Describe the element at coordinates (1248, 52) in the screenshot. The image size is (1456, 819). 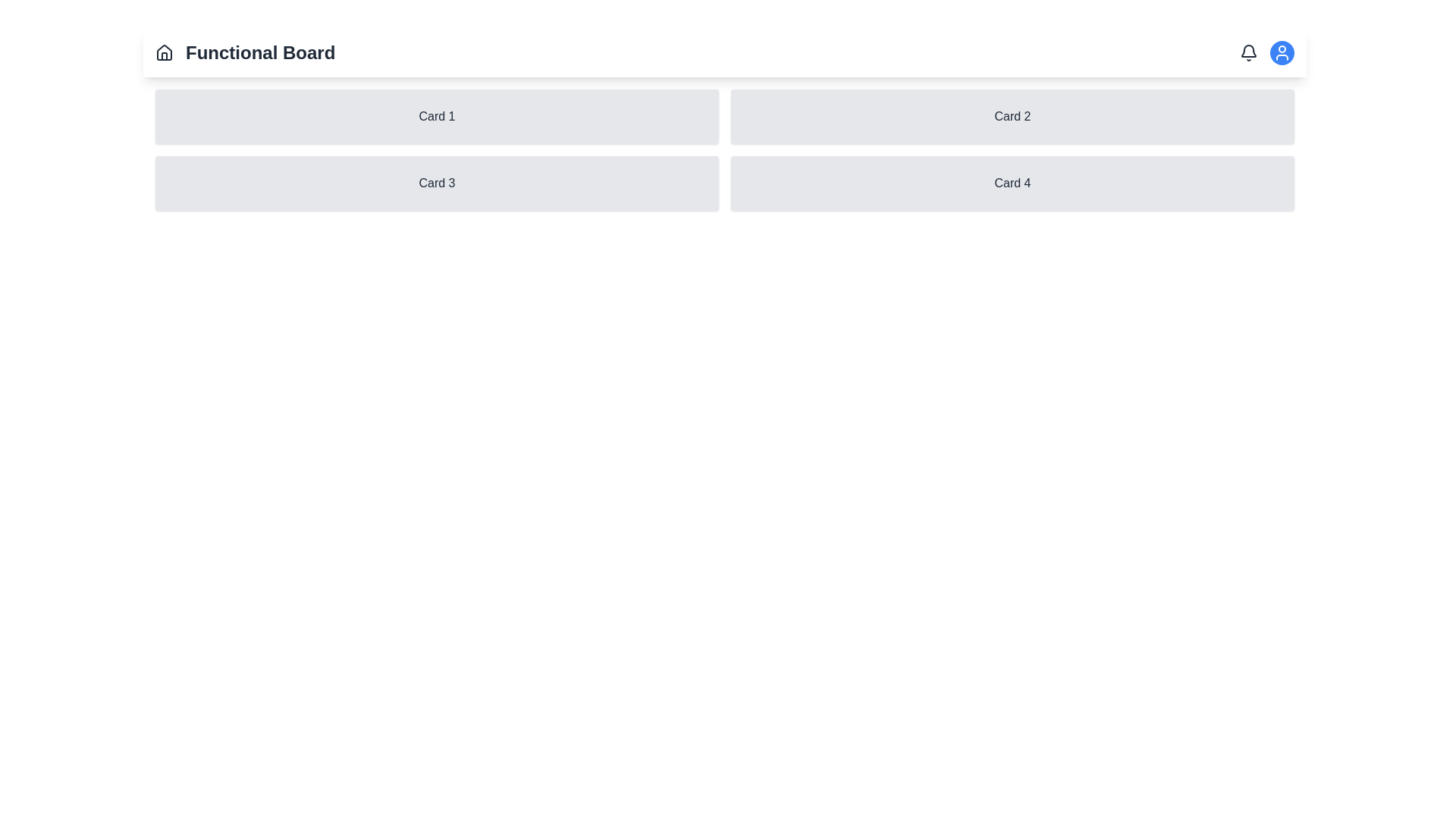
I see `the bell icon in the top-right corner of the interface` at that location.